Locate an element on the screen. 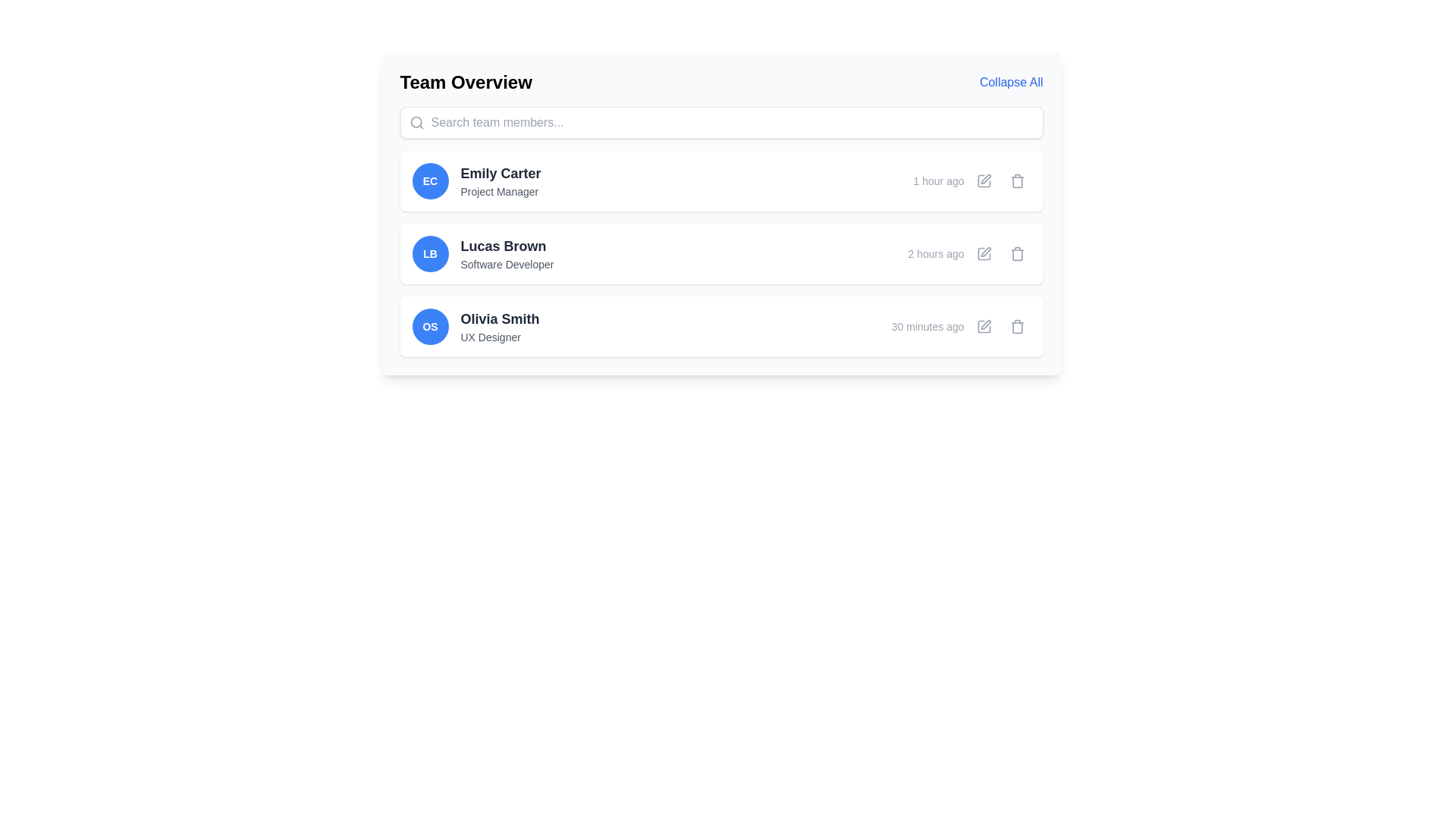 The width and height of the screenshot is (1456, 819). the text label 'Emily Carter' in the 'Team Overview' section, which is styled in bold and large font size and is the primary line of text above 'Project Manager' is located at coordinates (500, 172).